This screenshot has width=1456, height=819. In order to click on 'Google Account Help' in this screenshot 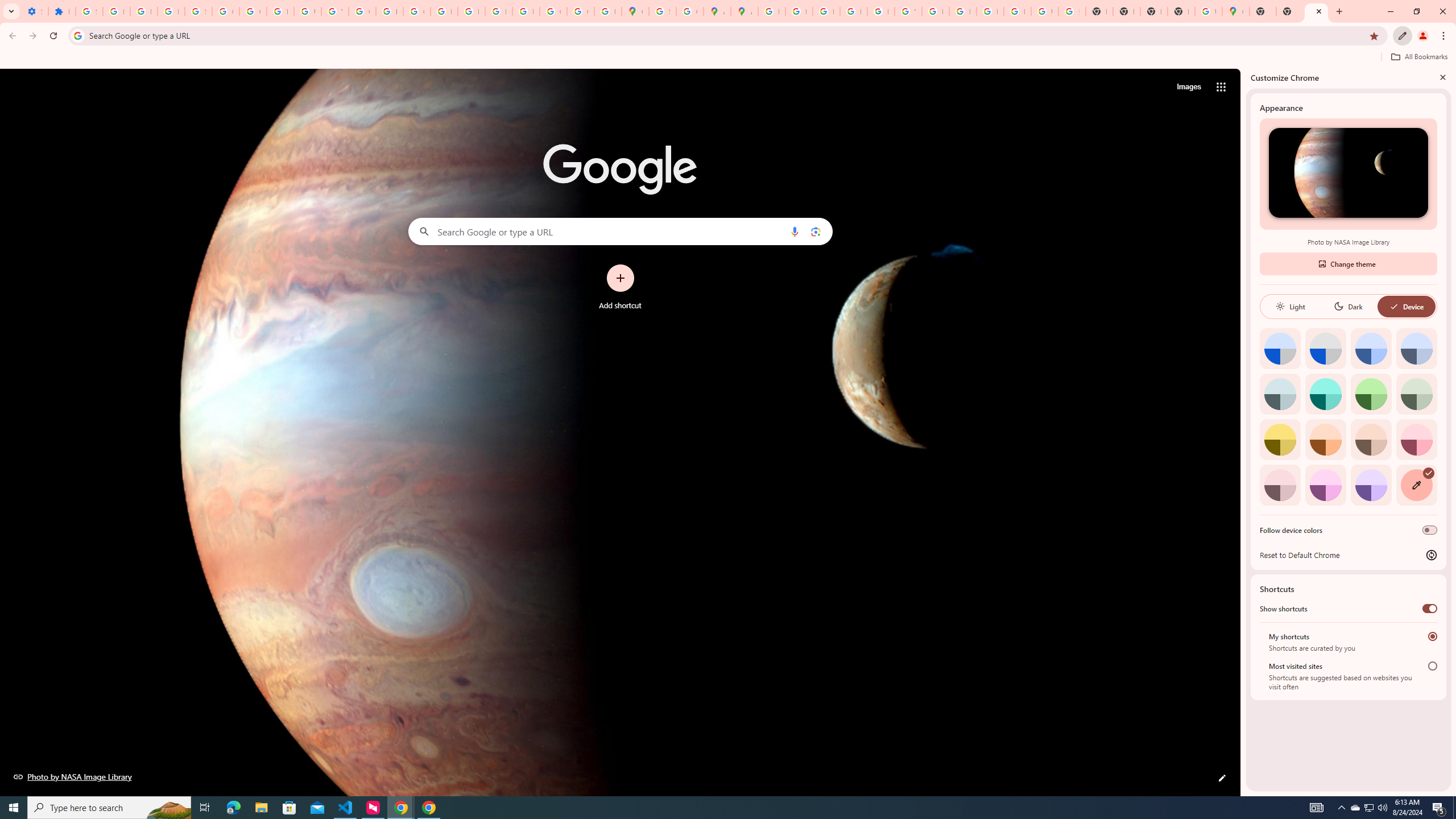, I will do `click(253, 11)`.